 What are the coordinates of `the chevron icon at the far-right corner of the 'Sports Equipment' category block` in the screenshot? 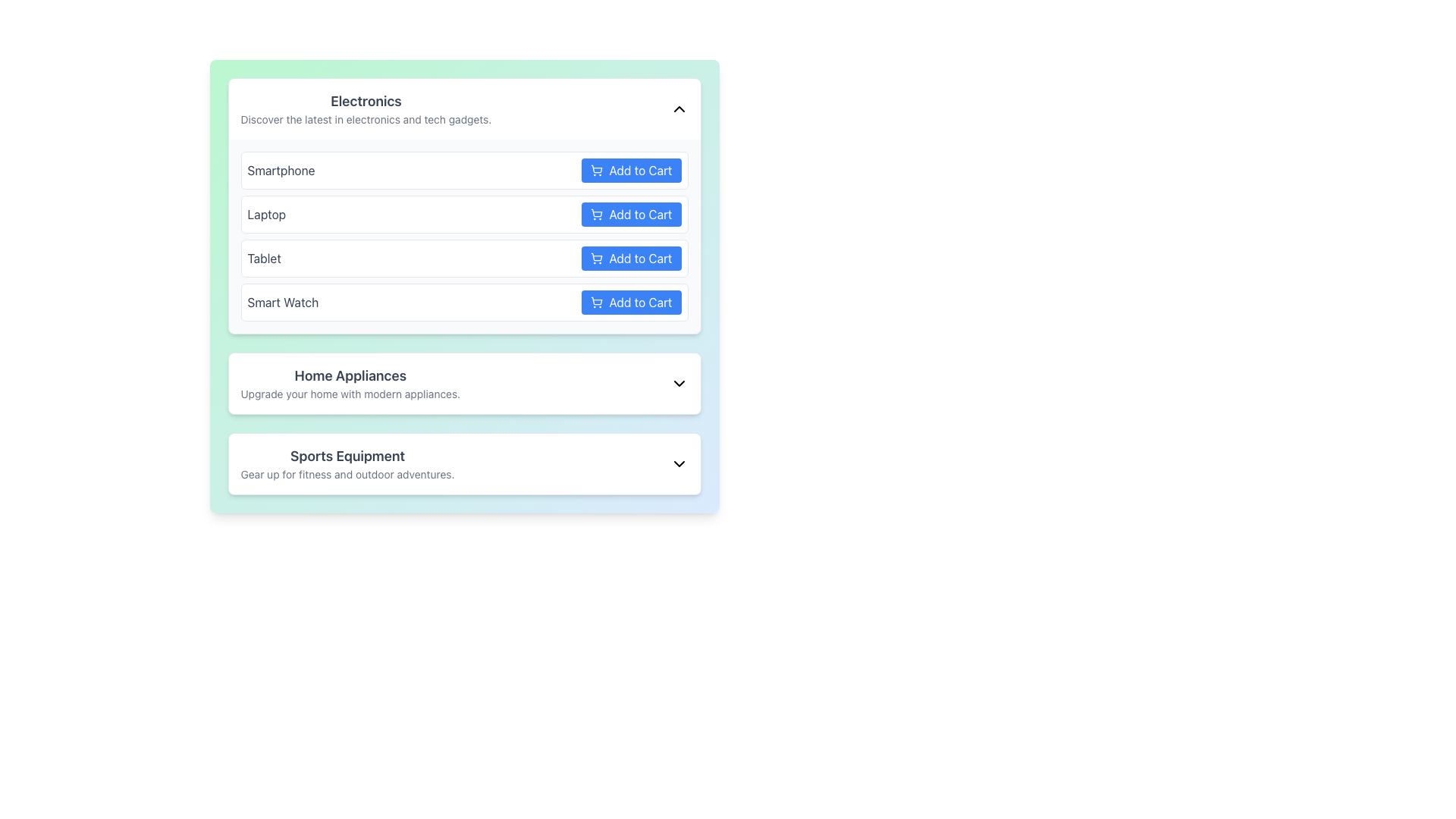 It's located at (678, 463).